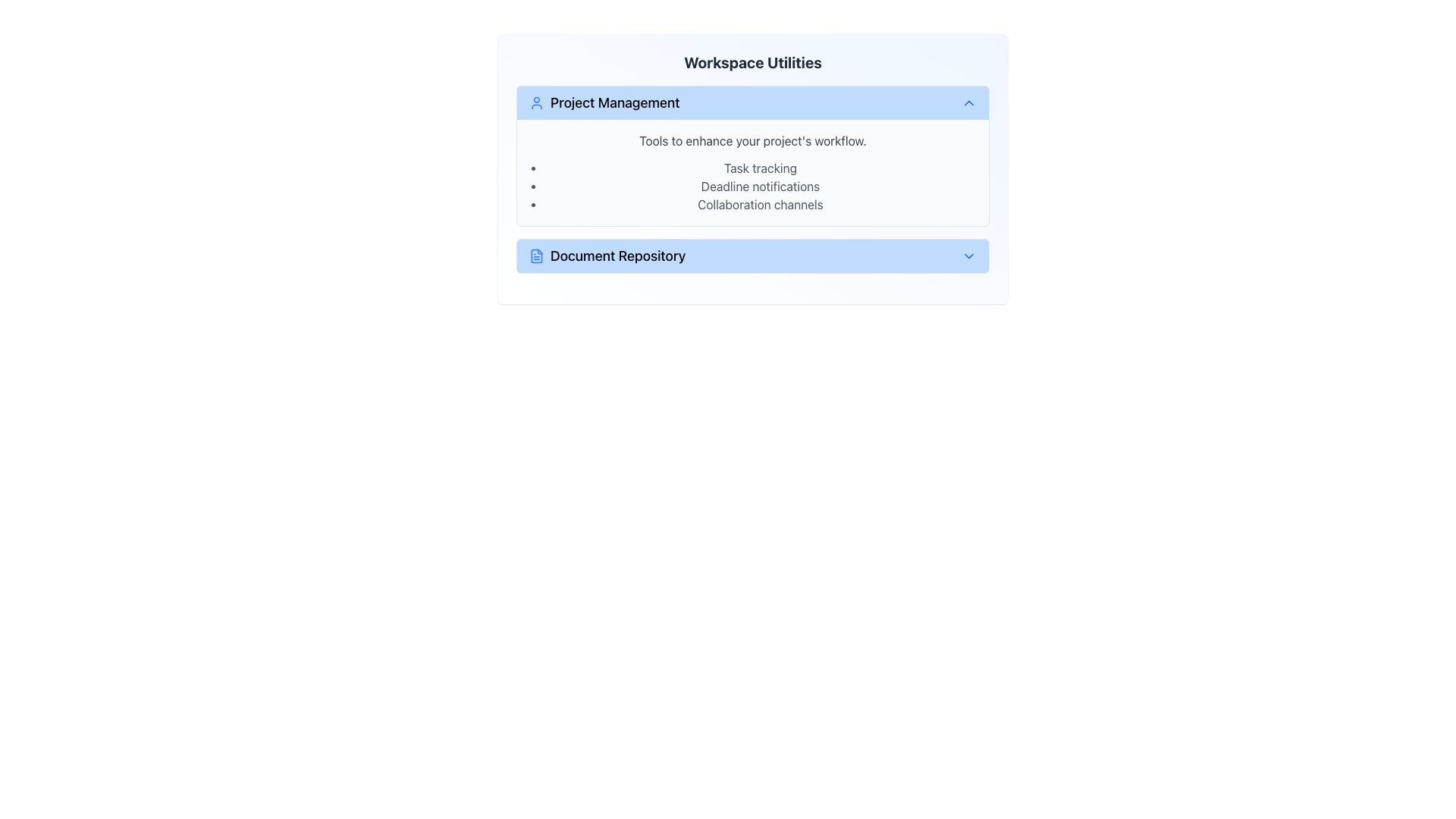  Describe the element at coordinates (537, 256) in the screenshot. I see `the blue document icon located to the left of the 'Document Repository' label in the Workspace Utilities interface` at that location.